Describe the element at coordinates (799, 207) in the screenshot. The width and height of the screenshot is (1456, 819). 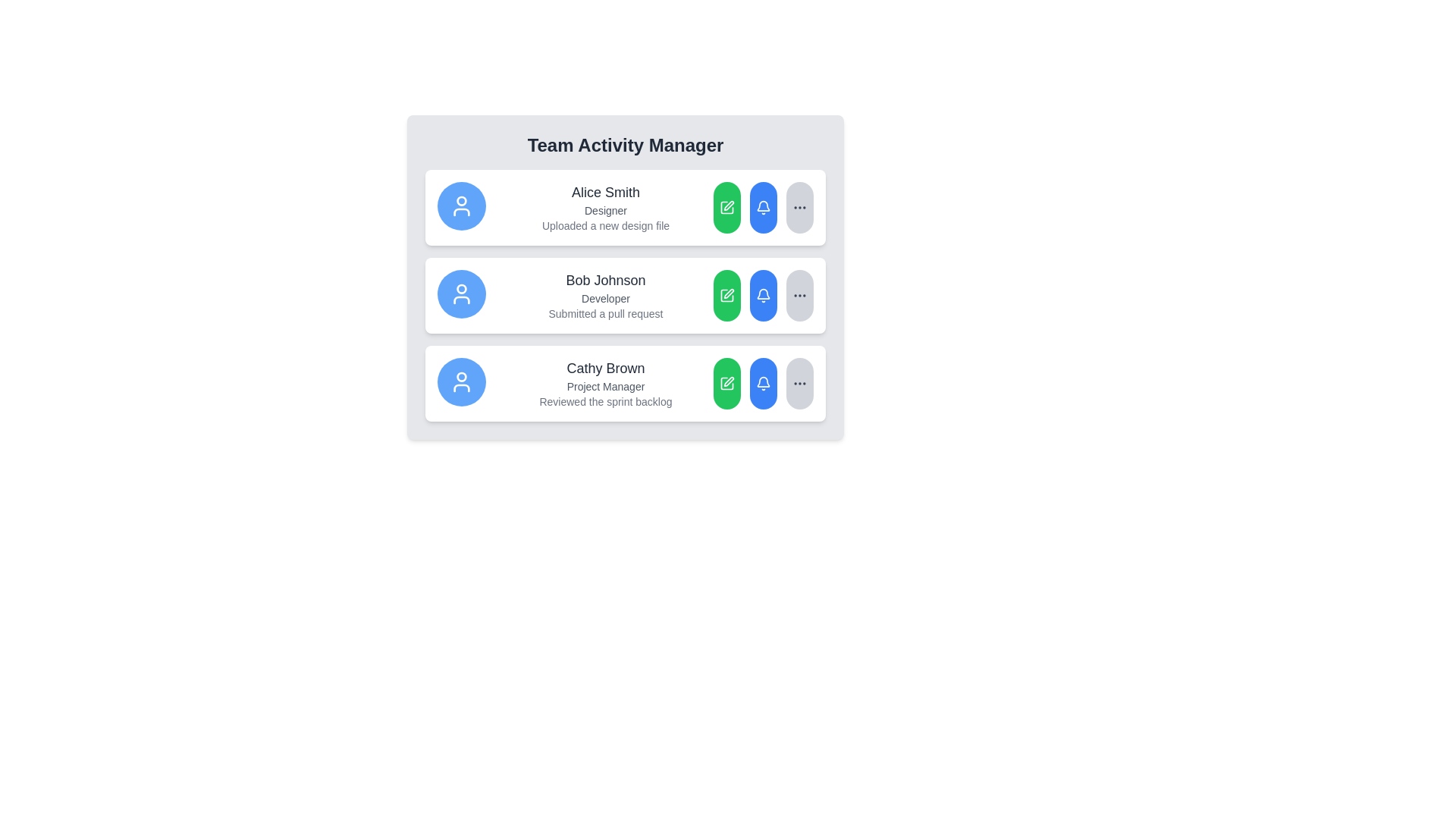
I see `the rightmost button` at that location.